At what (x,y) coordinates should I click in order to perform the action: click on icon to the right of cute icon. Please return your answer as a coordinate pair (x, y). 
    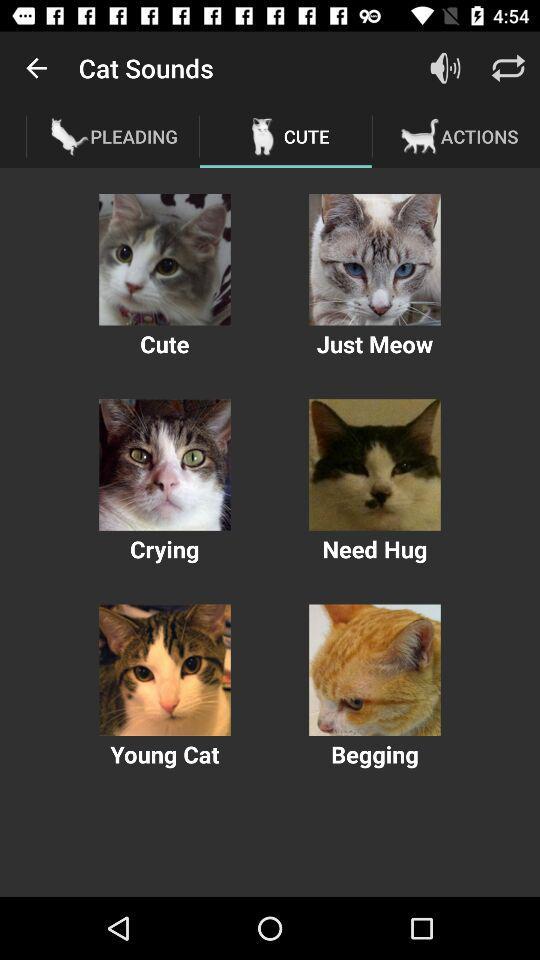
    Looking at the image, I should click on (445, 68).